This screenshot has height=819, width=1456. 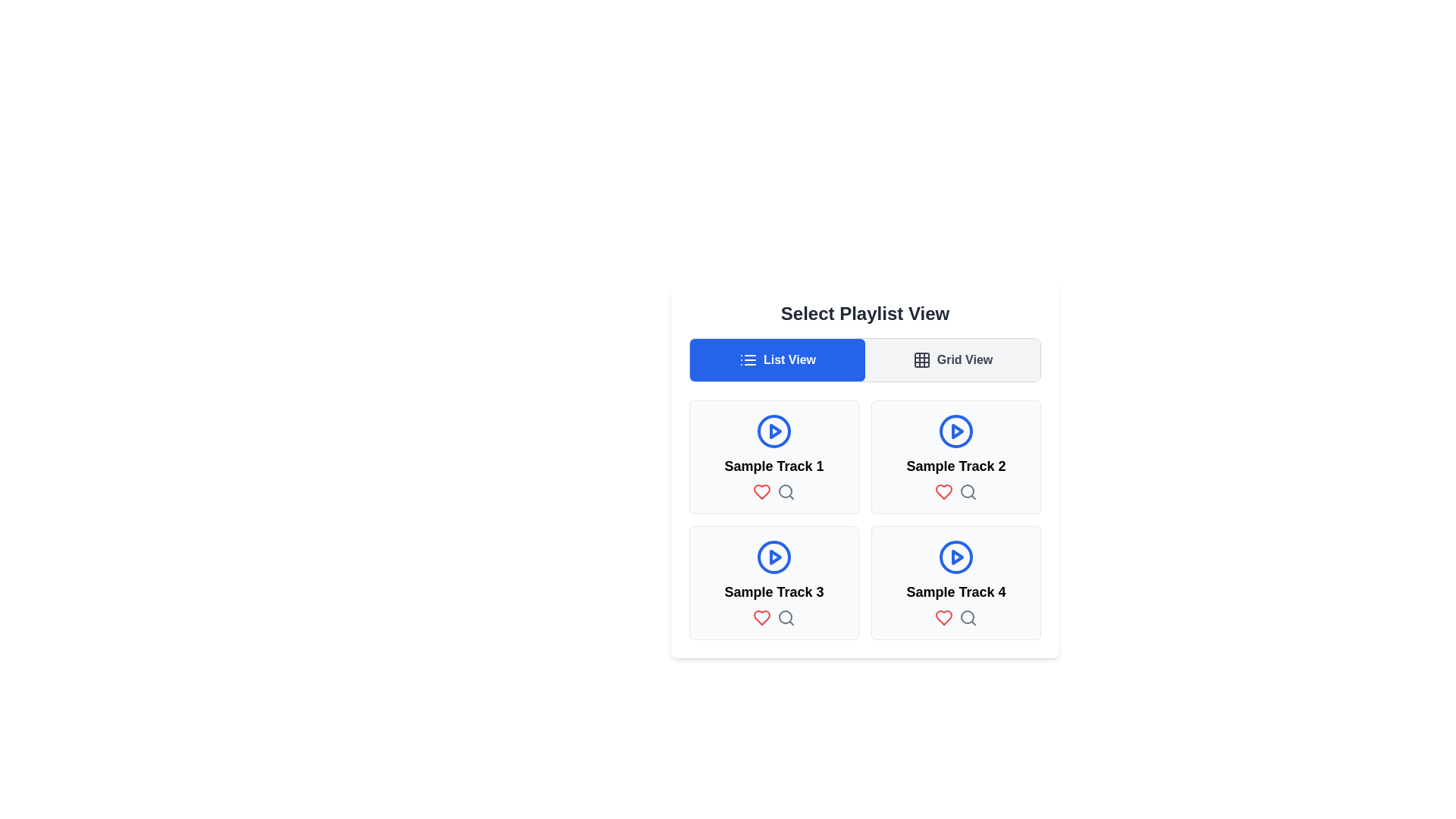 I want to click on the 'favorite' icon located, so click(x=761, y=617).